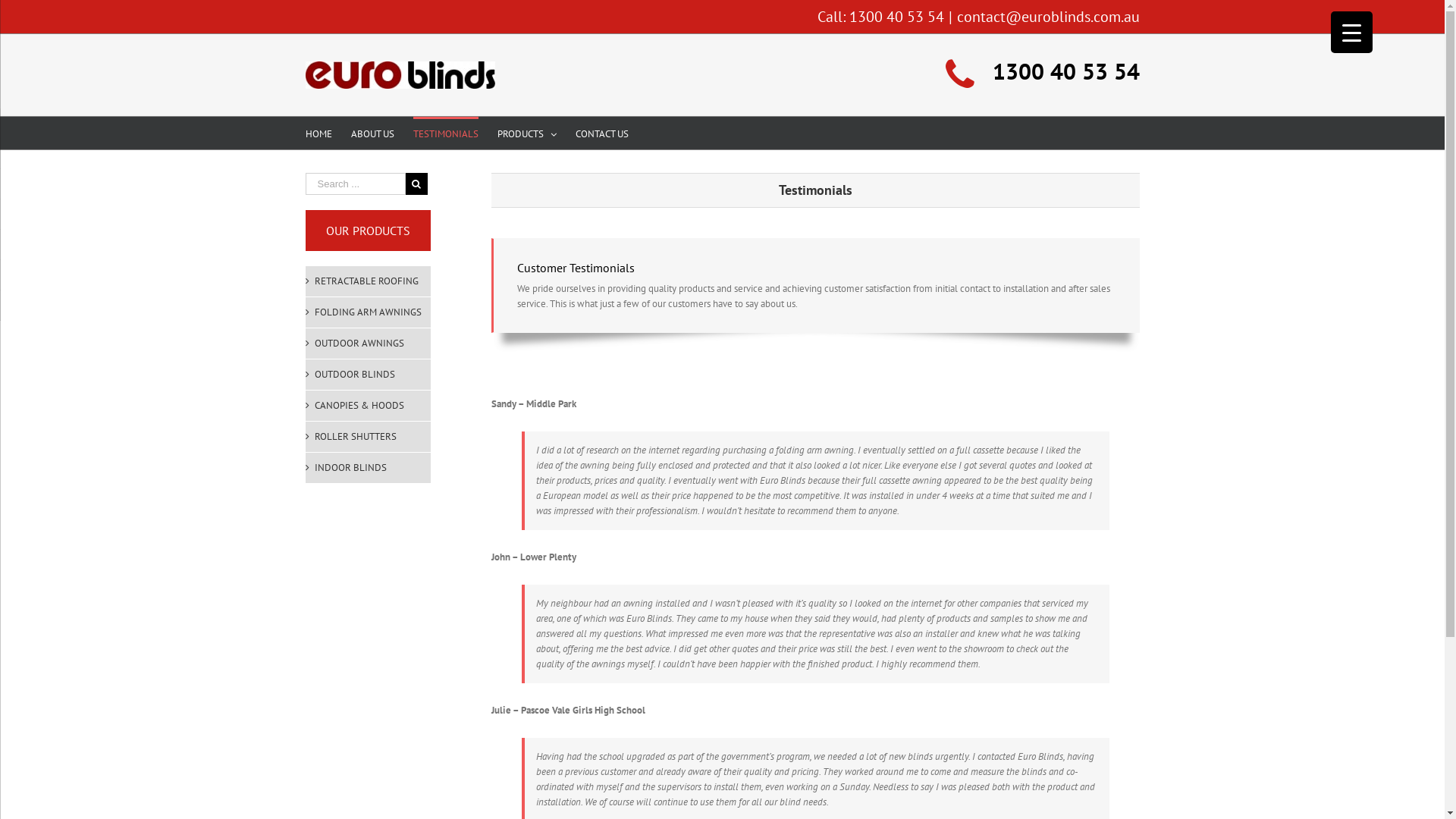 This screenshot has height=819, width=1456. I want to click on 'contact@euroblinds.com.au', so click(1047, 17).